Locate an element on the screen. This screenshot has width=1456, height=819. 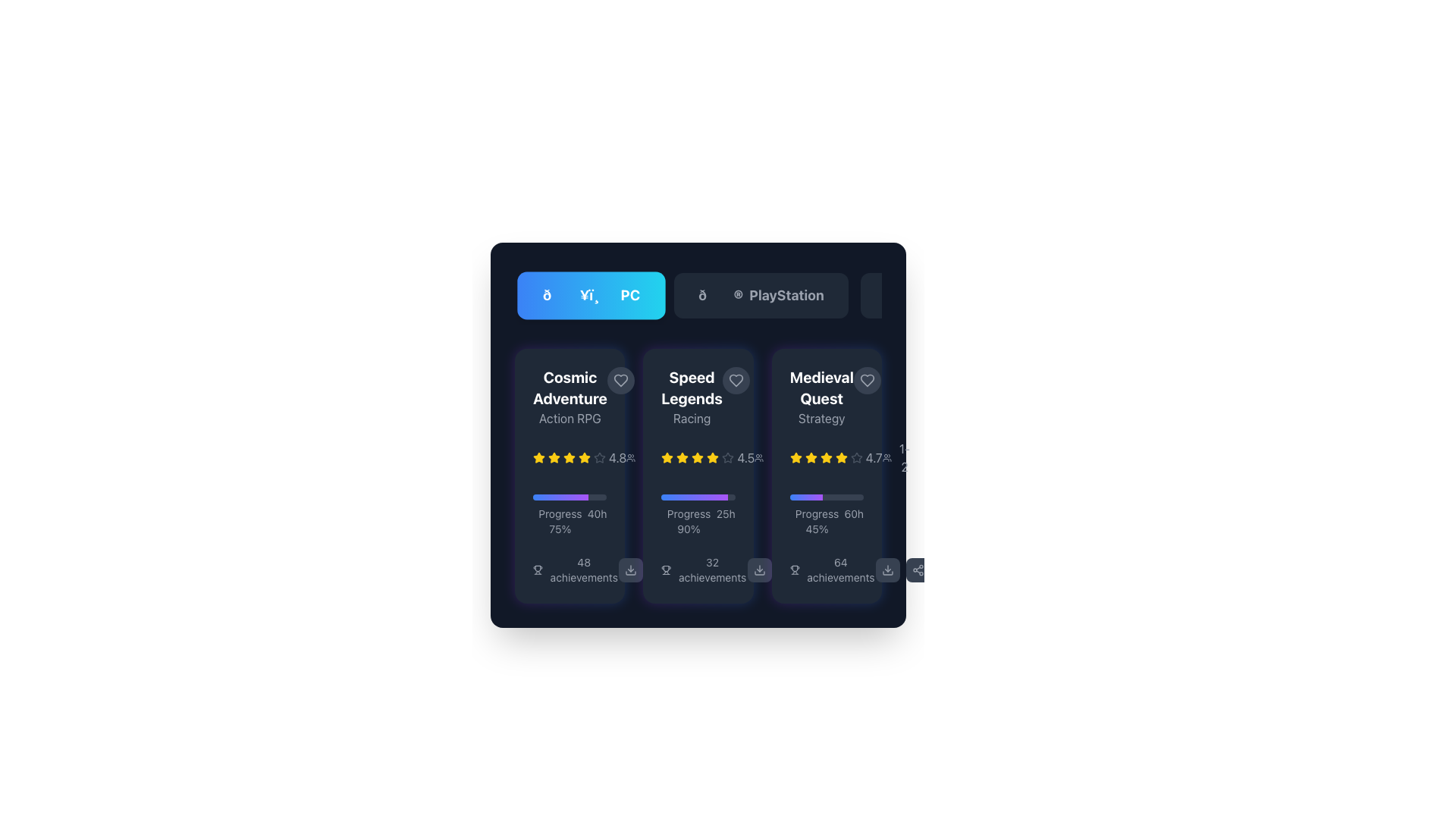
the share button located at the bottom right corner of the interface is located at coordinates (917, 570).